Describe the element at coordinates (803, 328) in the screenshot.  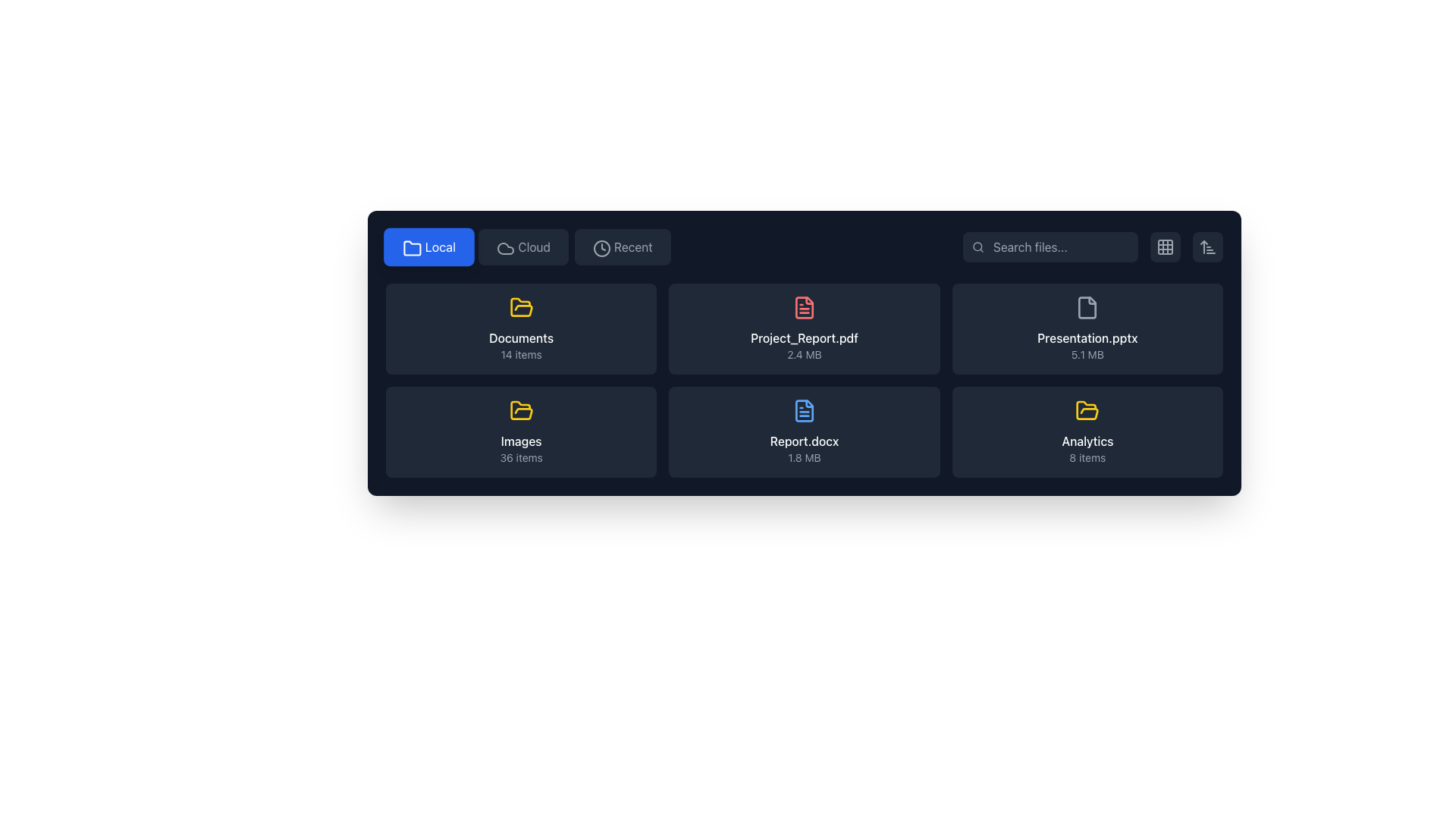
I see `the file display component labeled 'Project_Report.pdf' located in the second column and first row of the grid layout` at that location.